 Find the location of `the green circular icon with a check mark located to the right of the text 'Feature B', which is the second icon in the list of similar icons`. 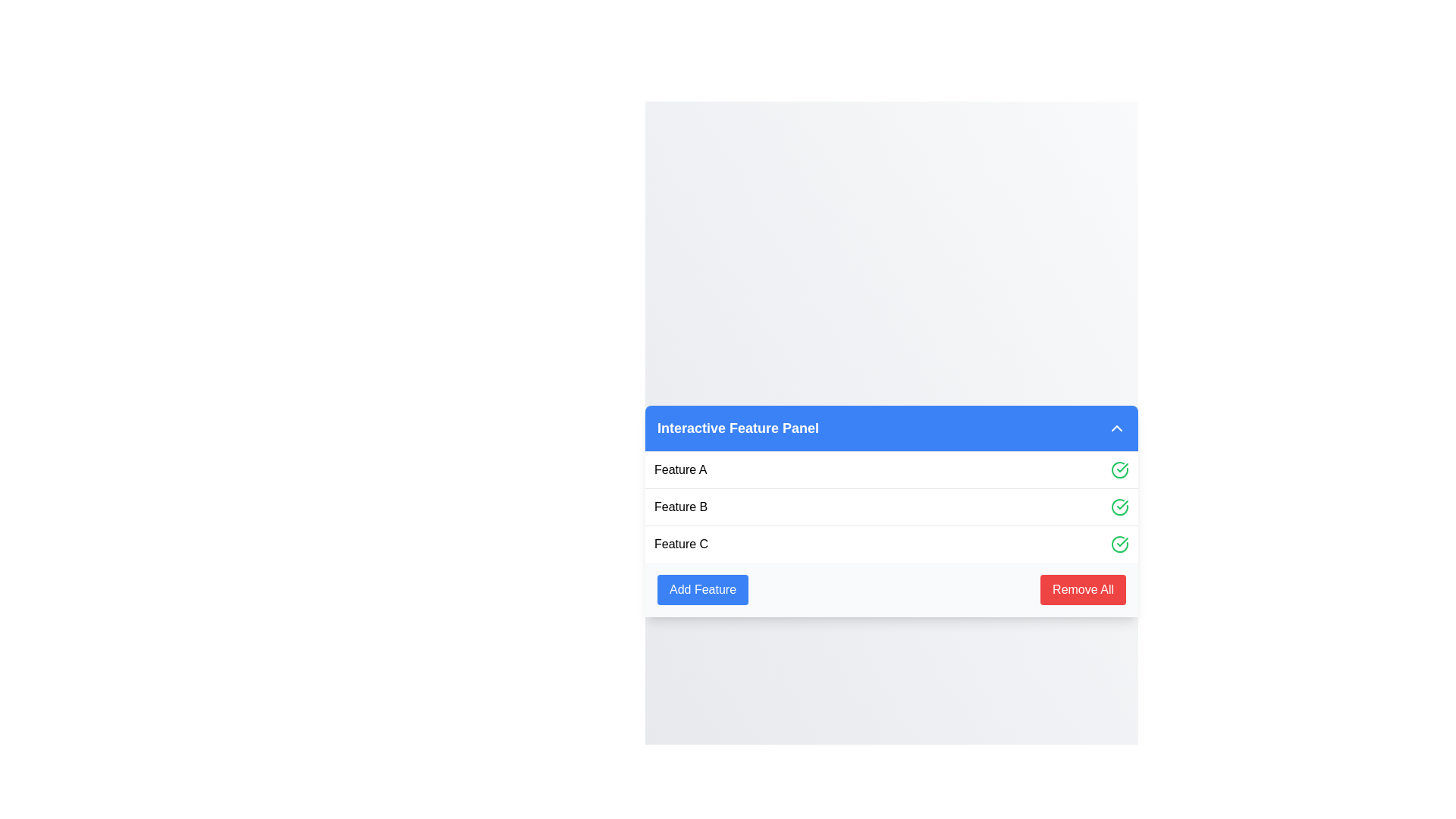

the green circular icon with a check mark located to the right of the text 'Feature B', which is the second icon in the list of similar icons is located at coordinates (1120, 506).